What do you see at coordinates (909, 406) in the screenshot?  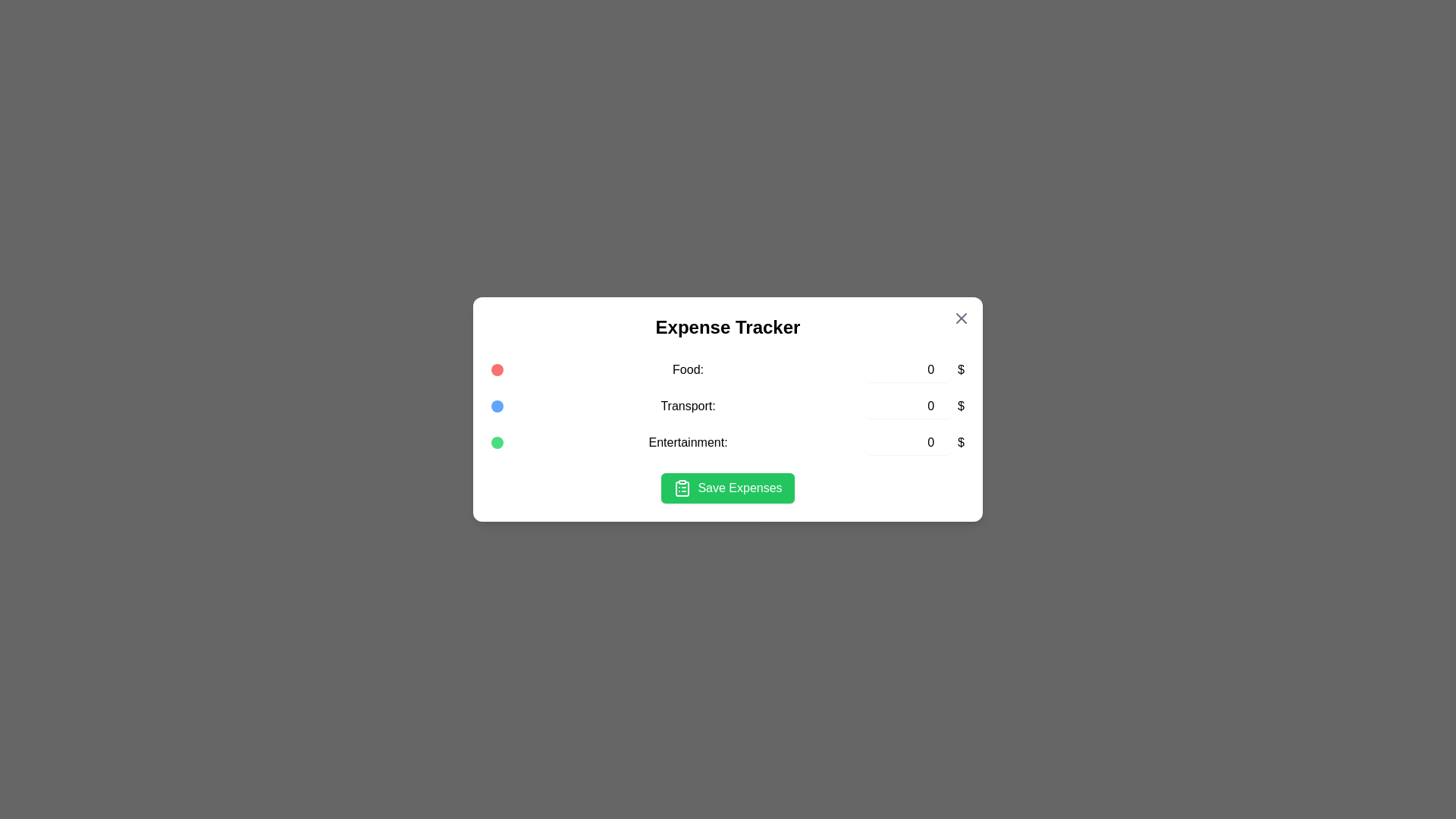 I see `the expense amount for the 'Transport' category to 7063` at bounding box center [909, 406].